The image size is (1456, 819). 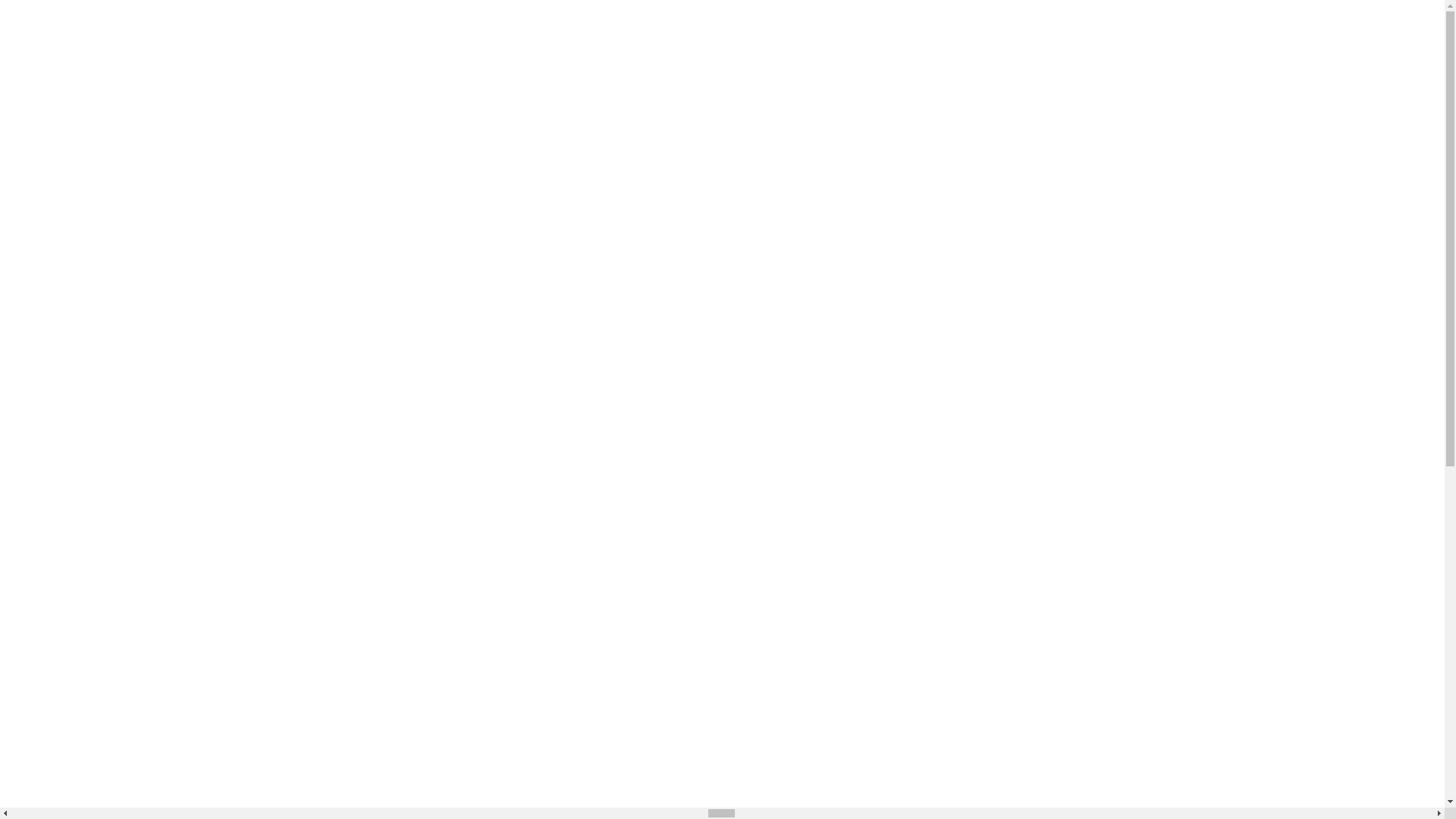 I want to click on '  Deutsch', so click(x=475, y=318).